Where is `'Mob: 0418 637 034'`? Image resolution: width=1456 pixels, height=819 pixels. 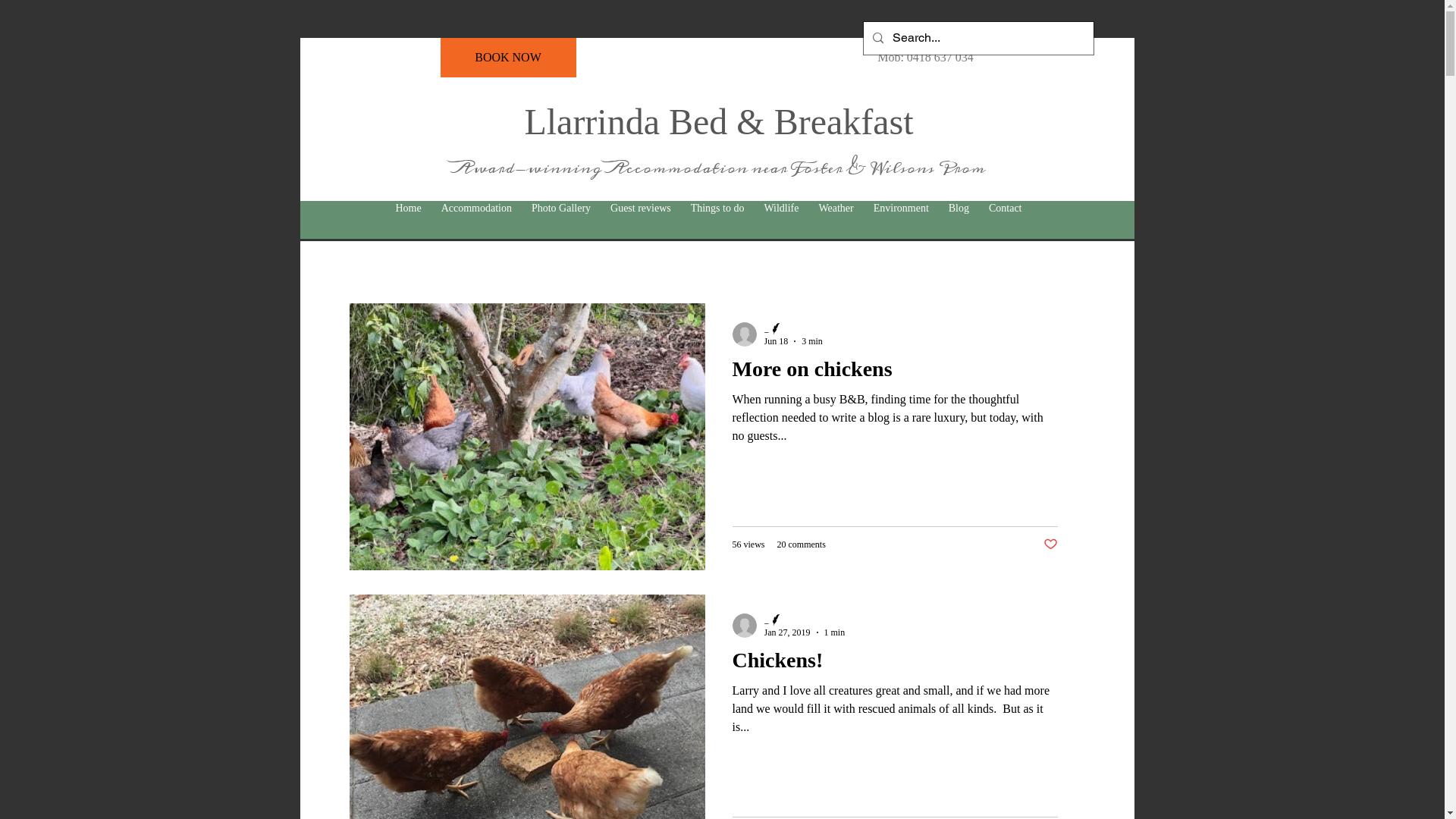 'Mob: 0418 637 034' is located at coordinates (924, 57).